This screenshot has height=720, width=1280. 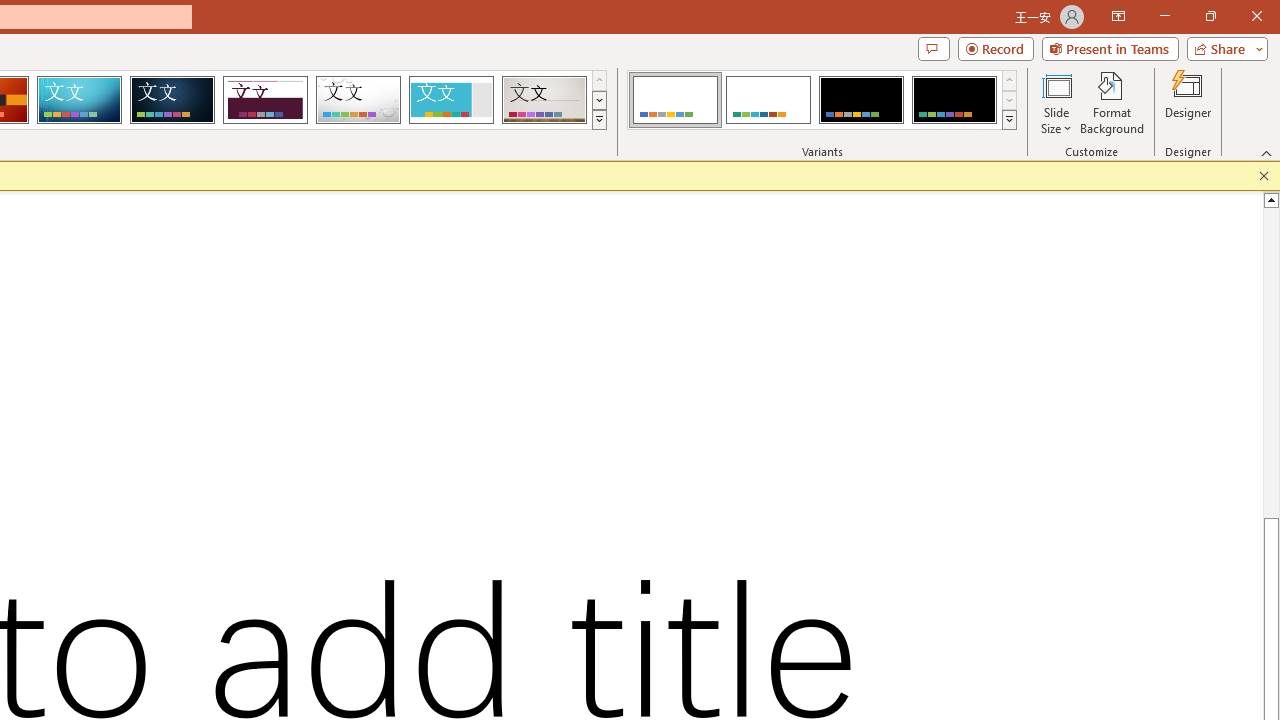 I want to click on 'Droplet', so click(x=358, y=100).